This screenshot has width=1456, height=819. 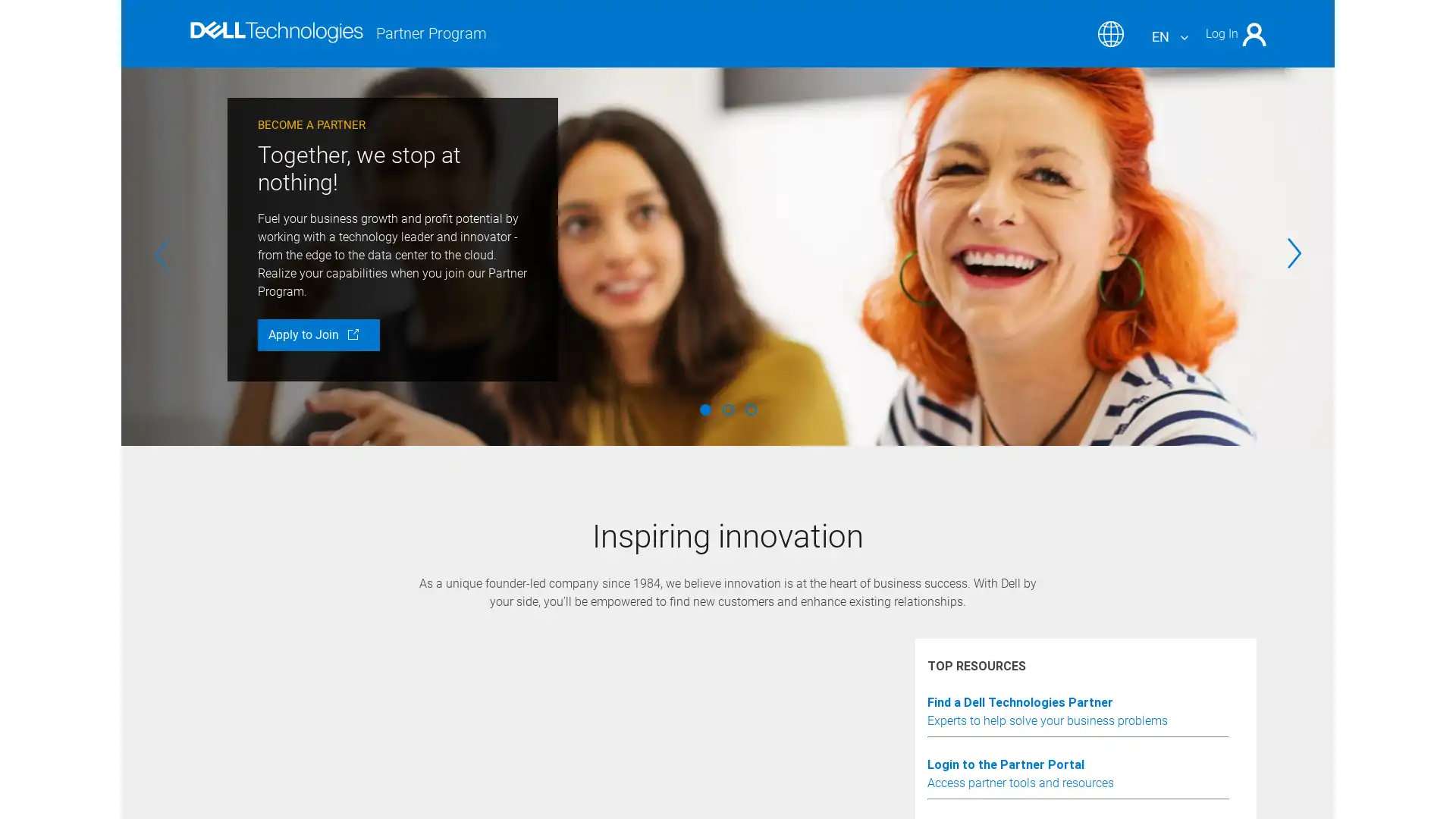 I want to click on Play, so click(x=268, y=686).